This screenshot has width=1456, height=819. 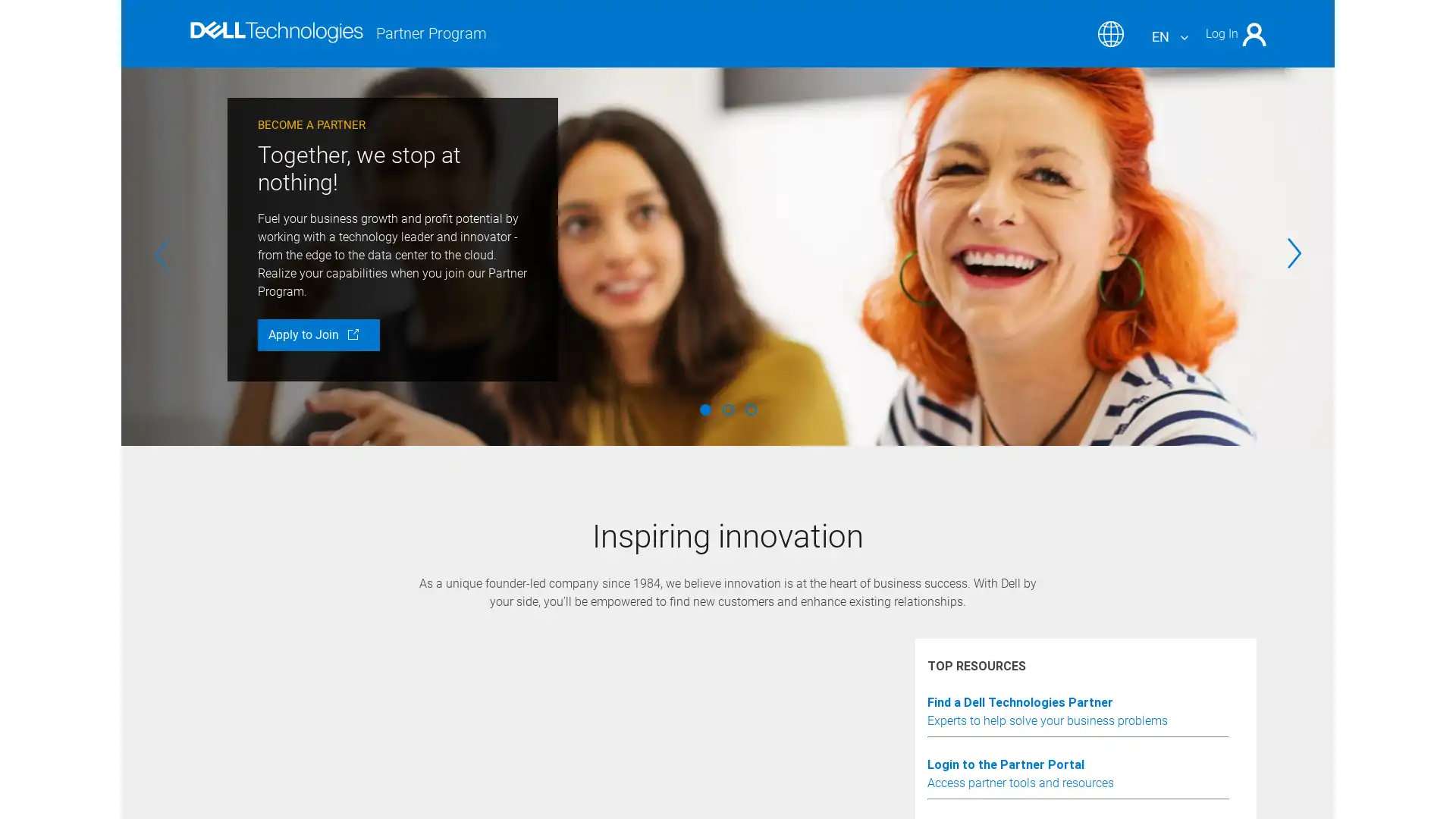 I want to click on Play, so click(x=268, y=686).